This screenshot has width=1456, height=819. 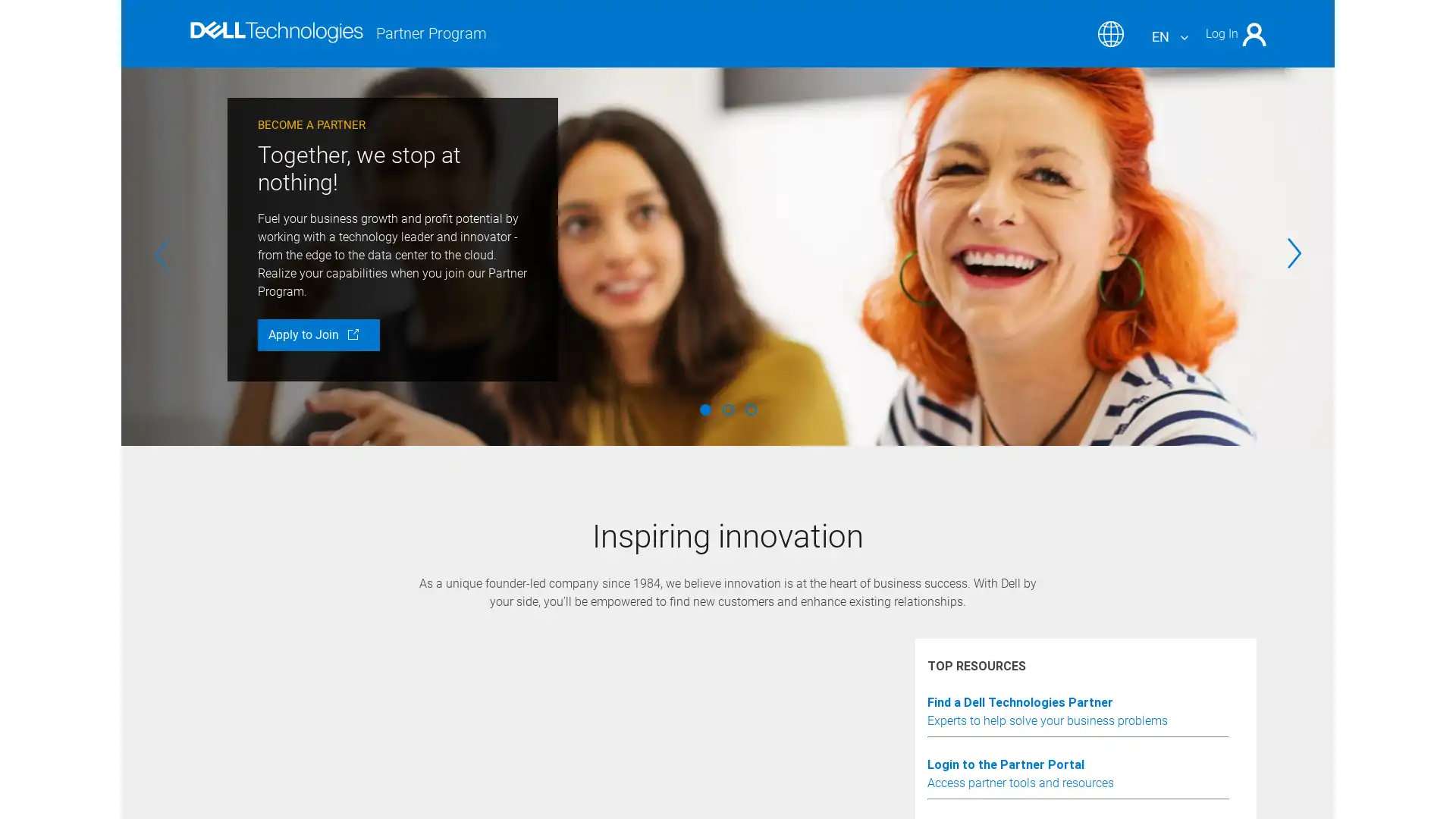 I want to click on Play, so click(x=268, y=686).